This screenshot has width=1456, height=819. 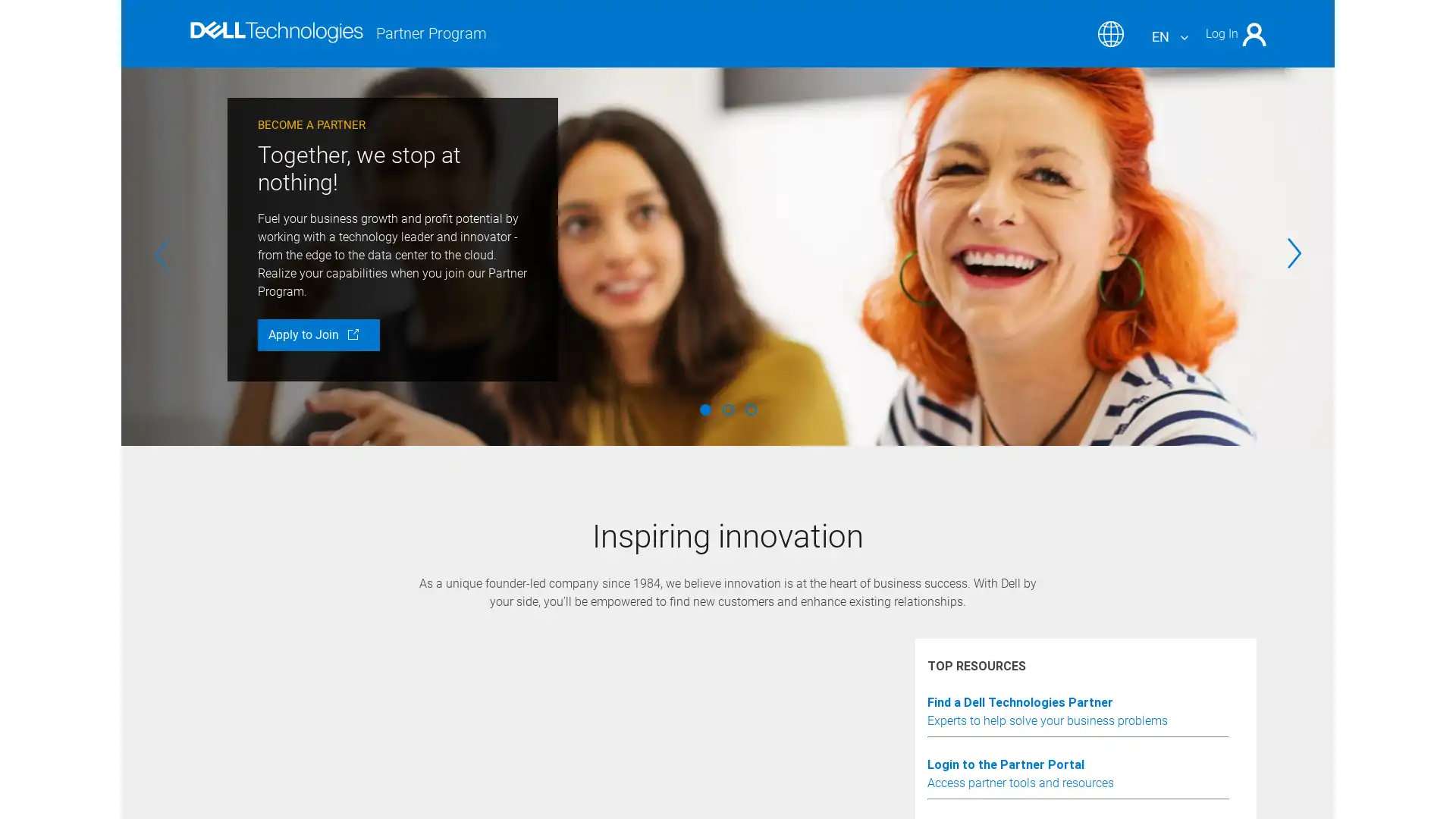 I want to click on Play, so click(x=268, y=686).